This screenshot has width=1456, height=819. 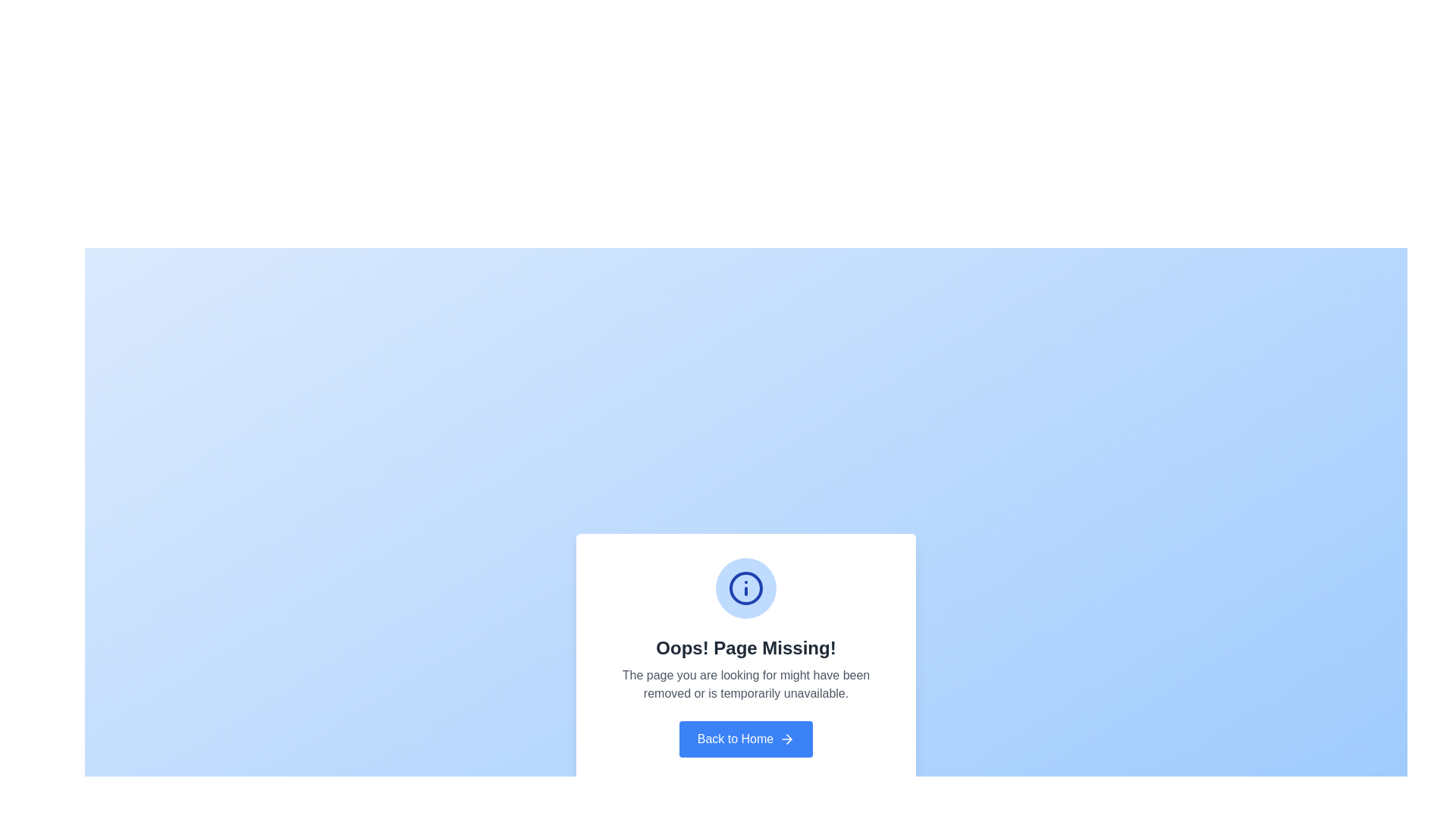 I want to click on the blue circle with a thicker border, which is located at the center of the information icon above the text stating 'Oops! Page Missing!', so click(x=745, y=587).